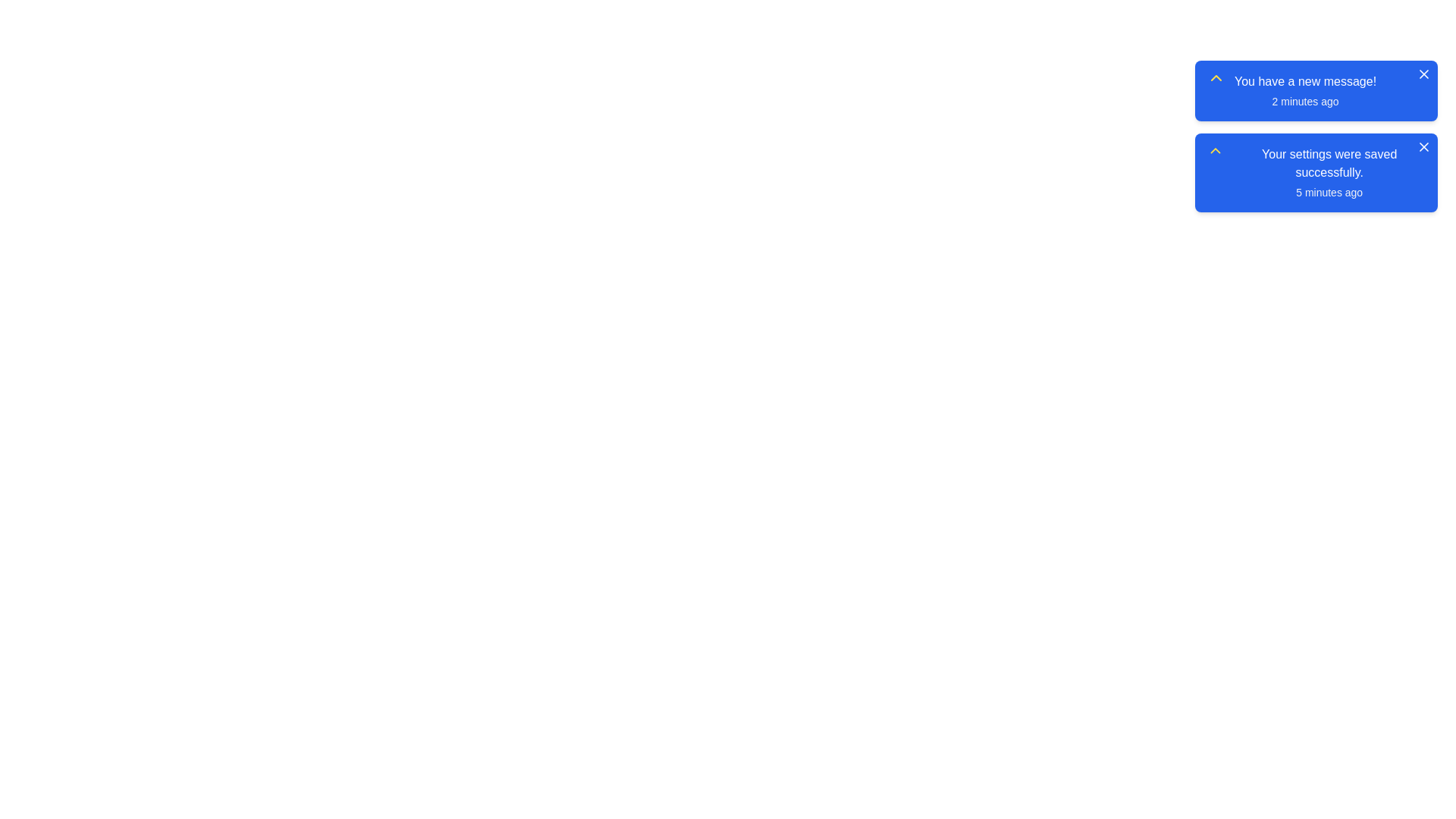  I want to click on the icon on the left of the notification 1, so click(1216, 80).